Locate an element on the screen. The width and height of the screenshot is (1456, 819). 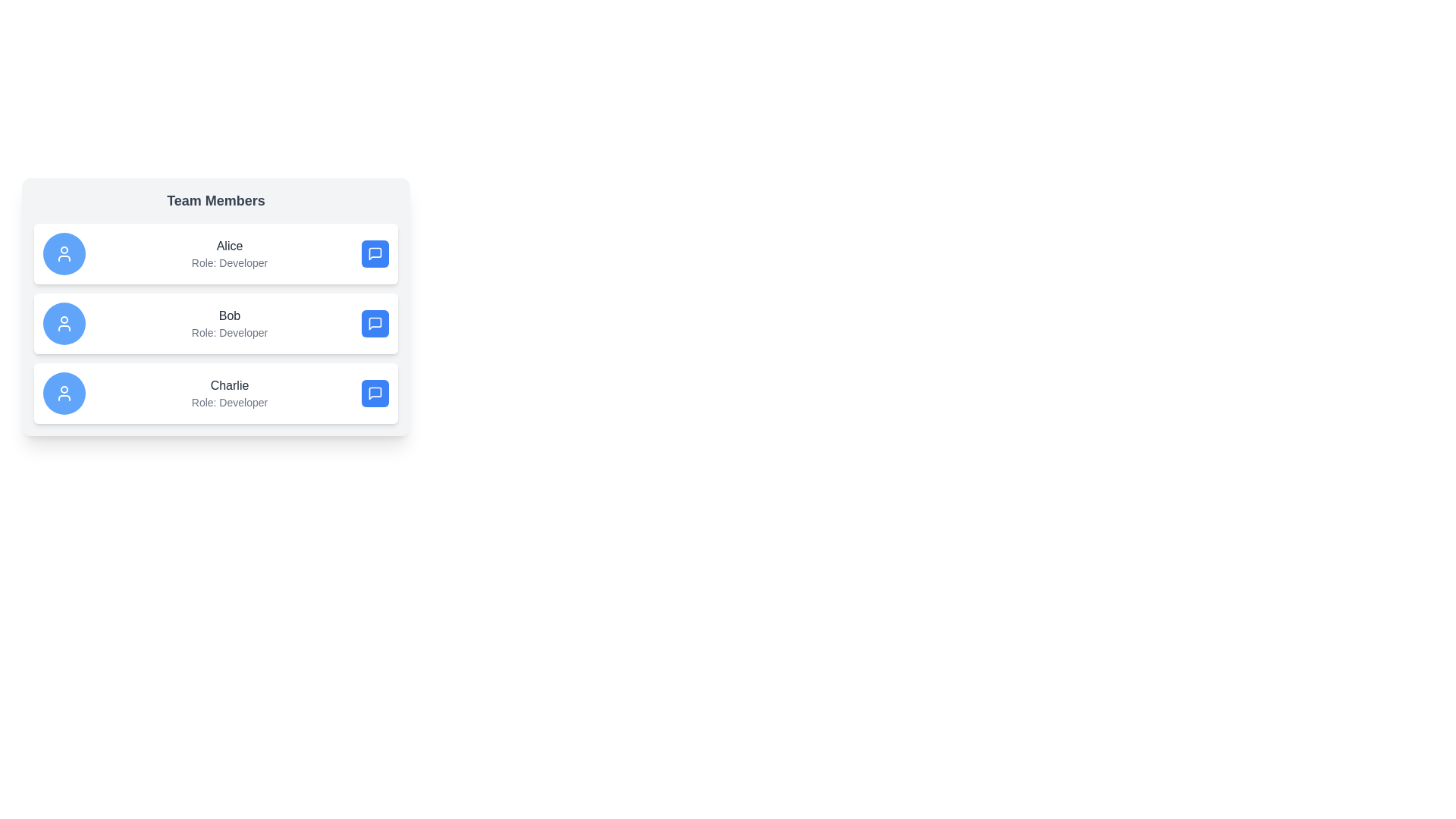
the blue button with white text and a speech bubble icon located in the card for 'Charlie, Role: Developer' to initiate messaging is located at coordinates (375, 393).